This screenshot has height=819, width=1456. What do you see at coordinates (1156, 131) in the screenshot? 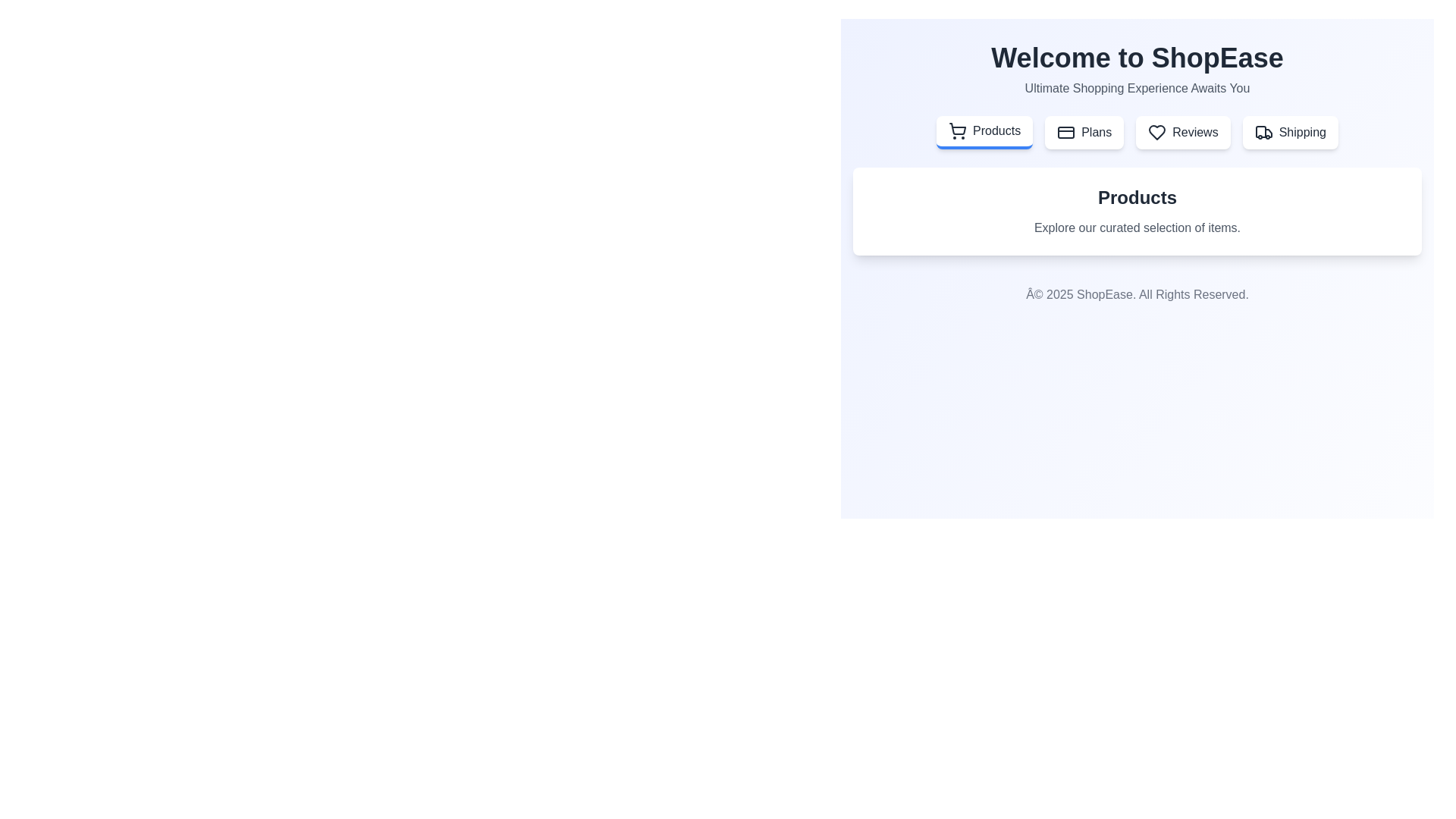
I see `the reviews icon located under the 'Reviews' label in the navigation bar` at bounding box center [1156, 131].